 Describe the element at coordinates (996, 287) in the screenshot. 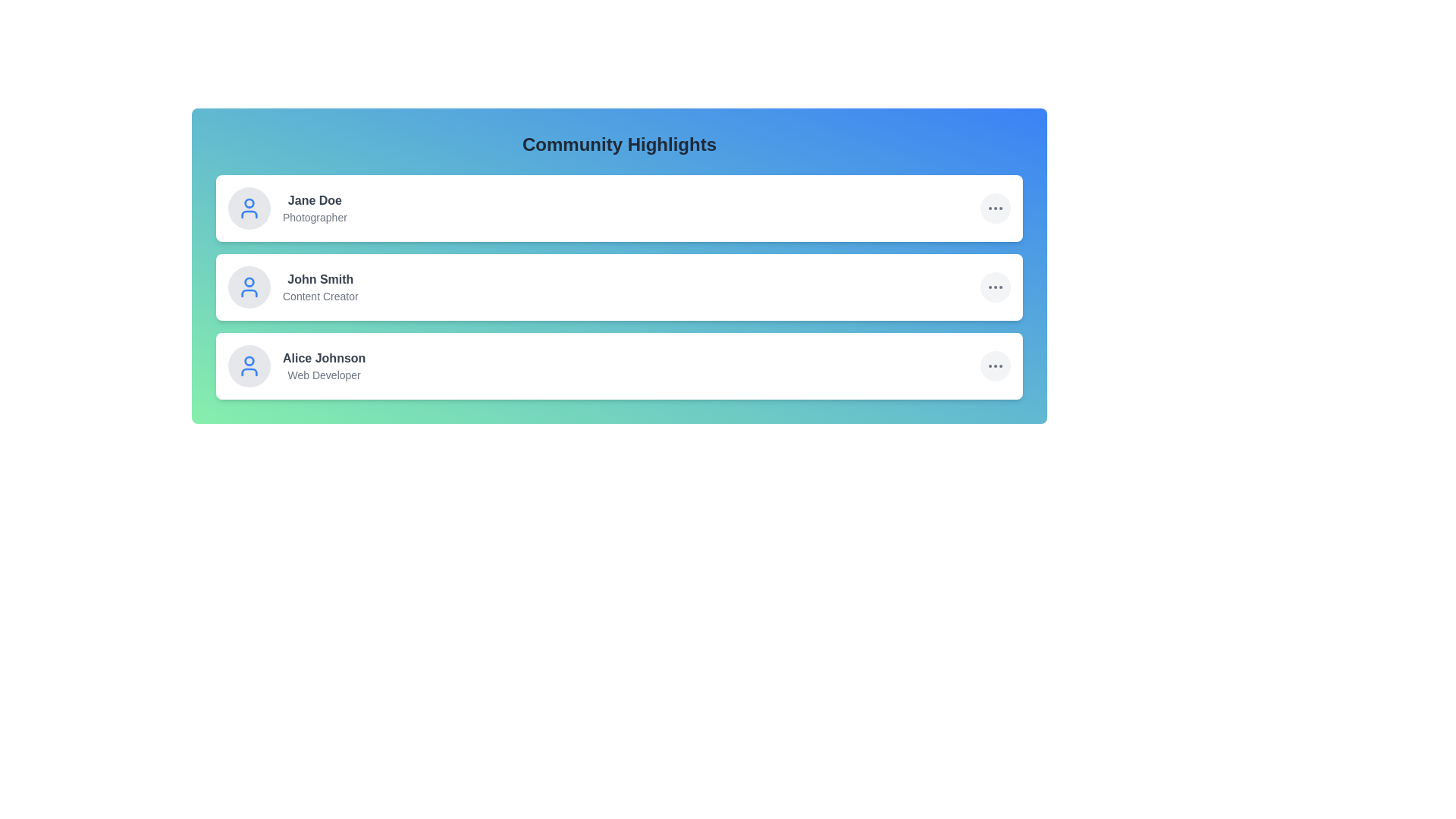

I see `the Ellipsis menu icon consisting of three horizontally aligned dots` at that location.